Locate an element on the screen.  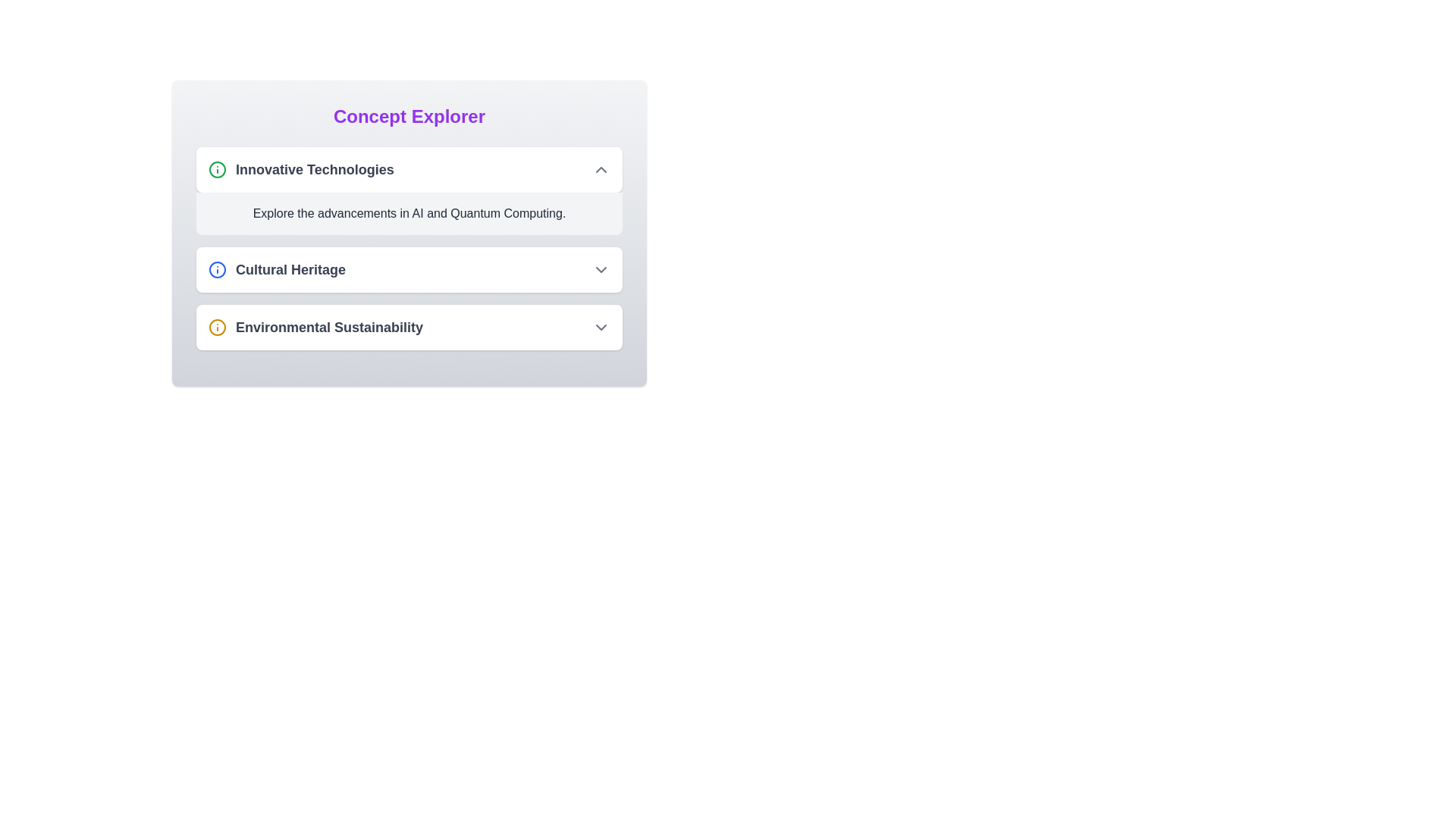
the Collapsible Header titled 'Environmental Sustainability' is located at coordinates (409, 327).